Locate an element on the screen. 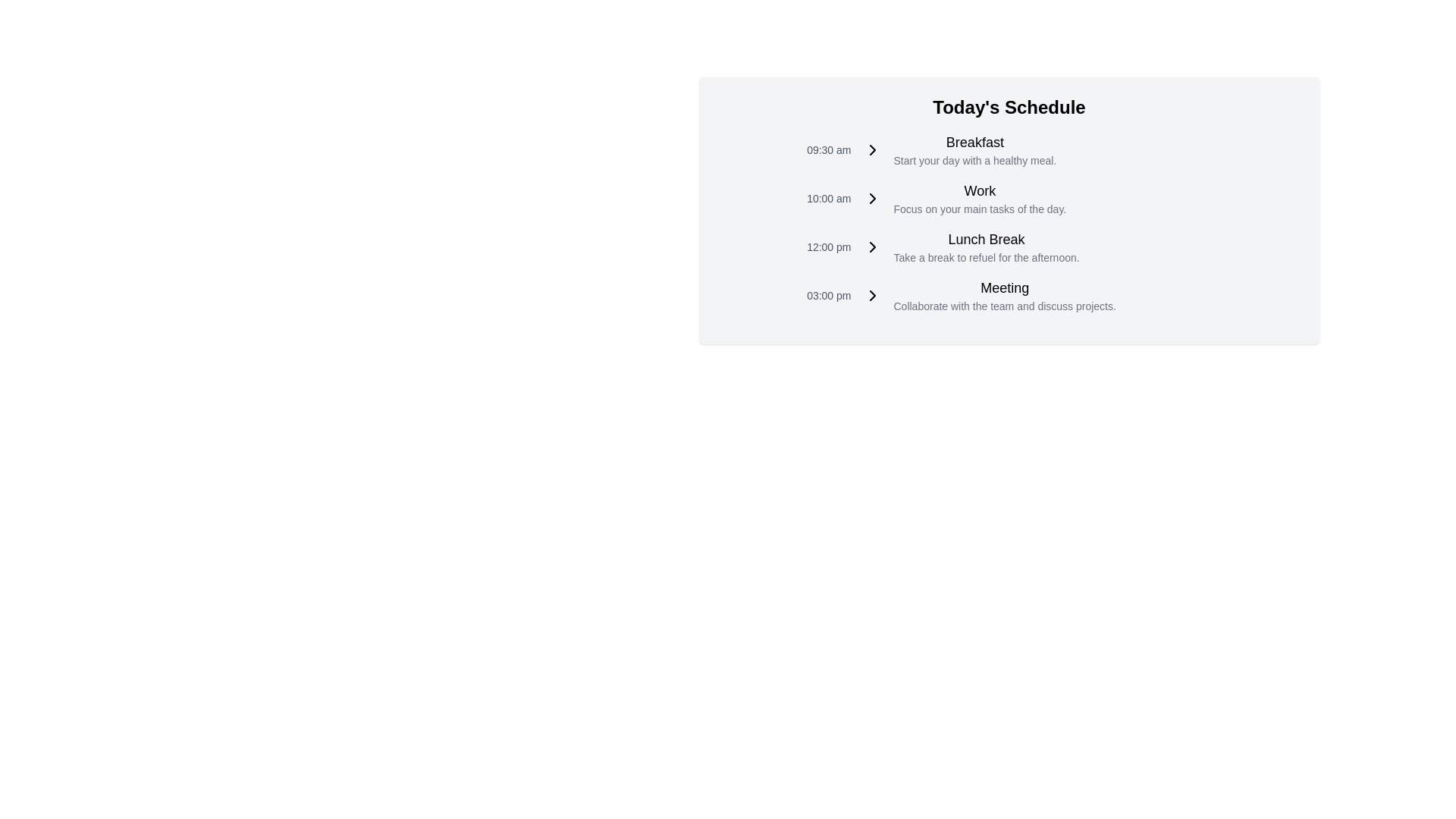 This screenshot has height=819, width=1456. the schedule entry labeled 'Work' which provides details about a specific event, positioned below 'Breakfast' and above 'Lunch Break' is located at coordinates (974, 198).